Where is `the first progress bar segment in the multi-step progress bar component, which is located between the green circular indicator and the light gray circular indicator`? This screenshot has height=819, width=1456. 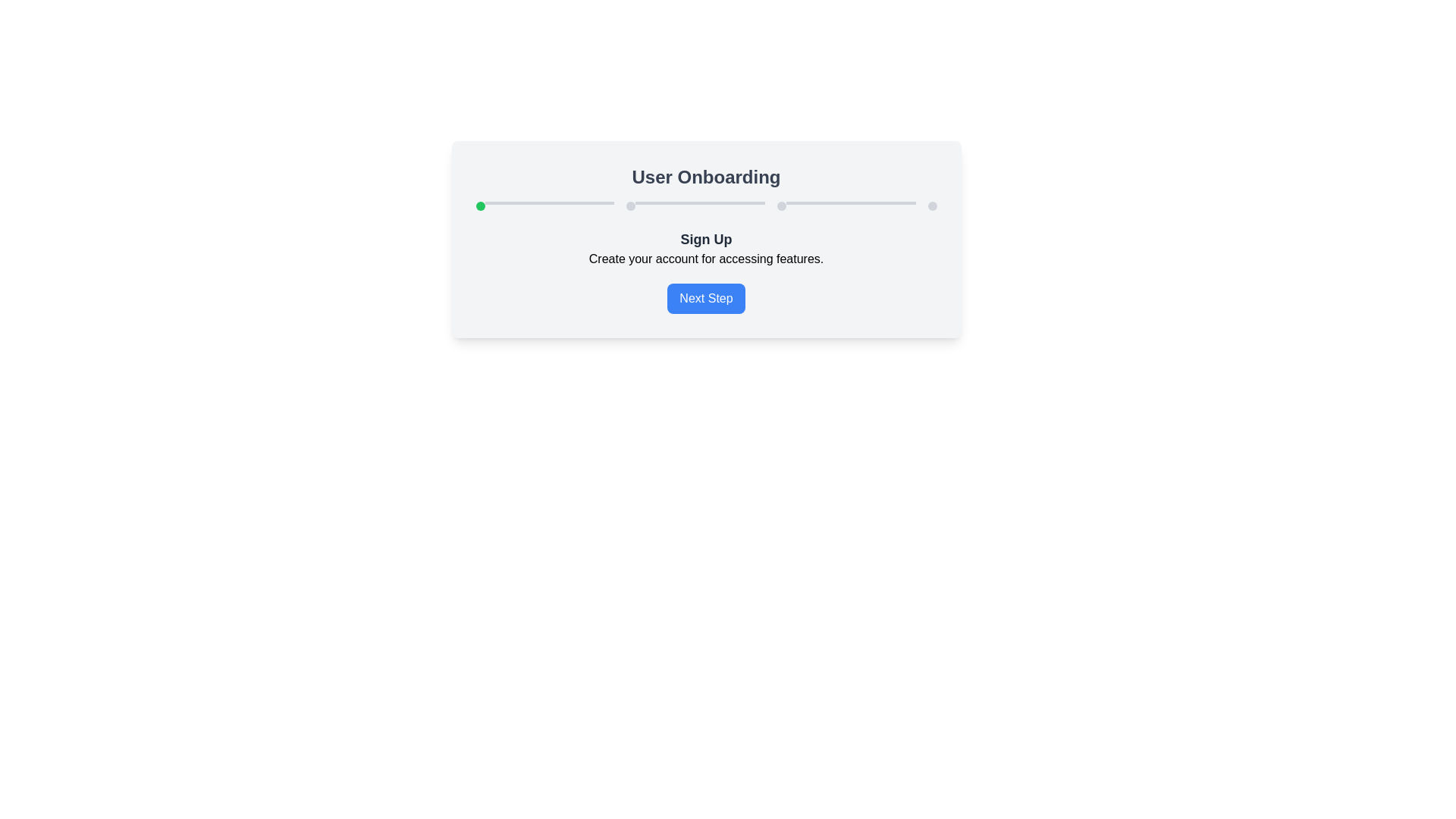
the first progress bar segment in the multi-step progress bar component, which is located between the green circular indicator and the light gray circular indicator is located at coordinates (548, 202).